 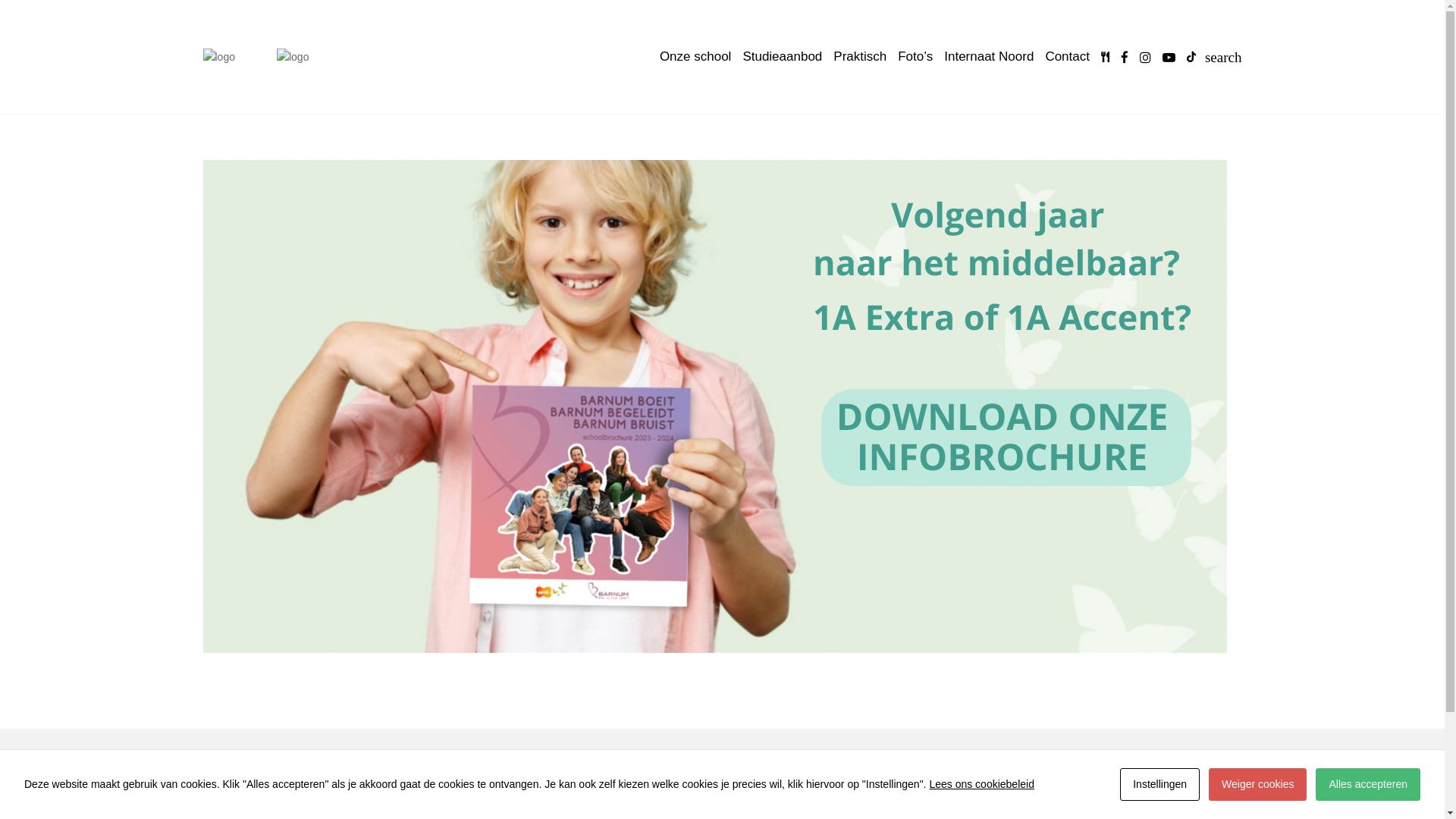 What do you see at coordinates (981, 783) in the screenshot?
I see `'Lees ons cookiebeleid'` at bounding box center [981, 783].